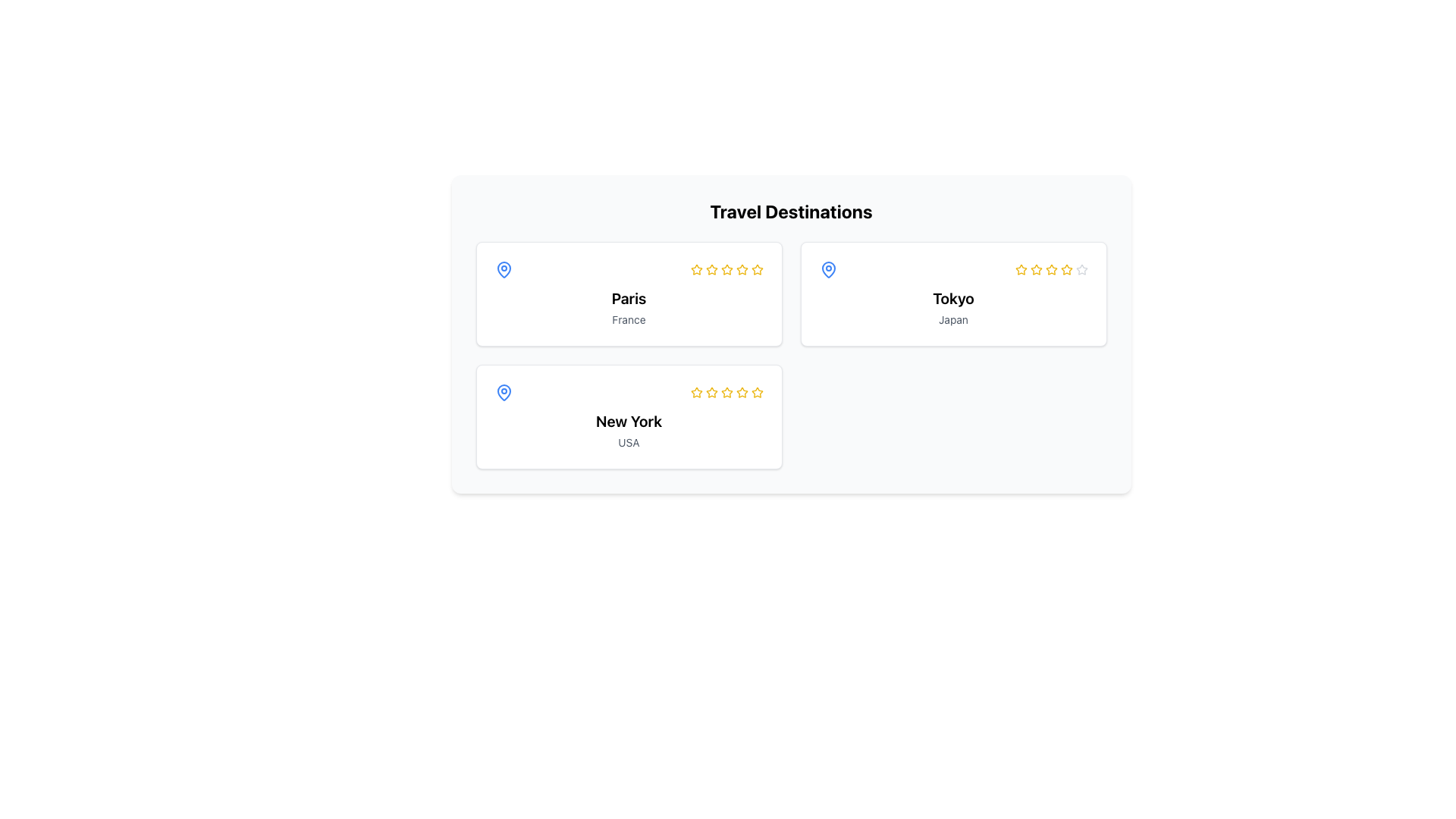  I want to click on the fifth star in the rating line for the 'New York' destination card under the 'Travel Destinations' header, so click(742, 391).